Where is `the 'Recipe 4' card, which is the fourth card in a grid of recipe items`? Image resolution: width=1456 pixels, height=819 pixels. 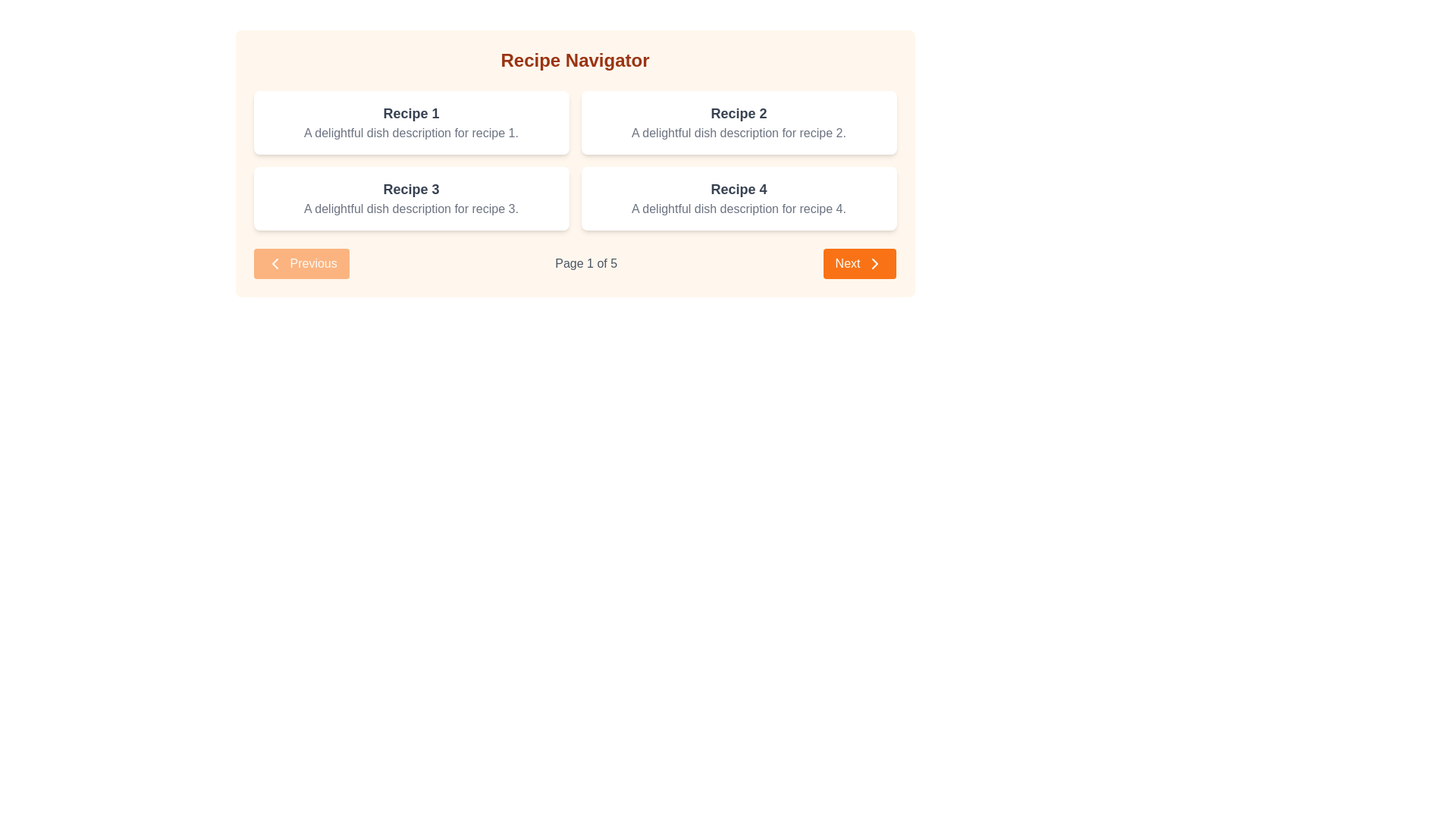
the 'Recipe 4' card, which is the fourth card in a grid of recipe items is located at coordinates (739, 198).